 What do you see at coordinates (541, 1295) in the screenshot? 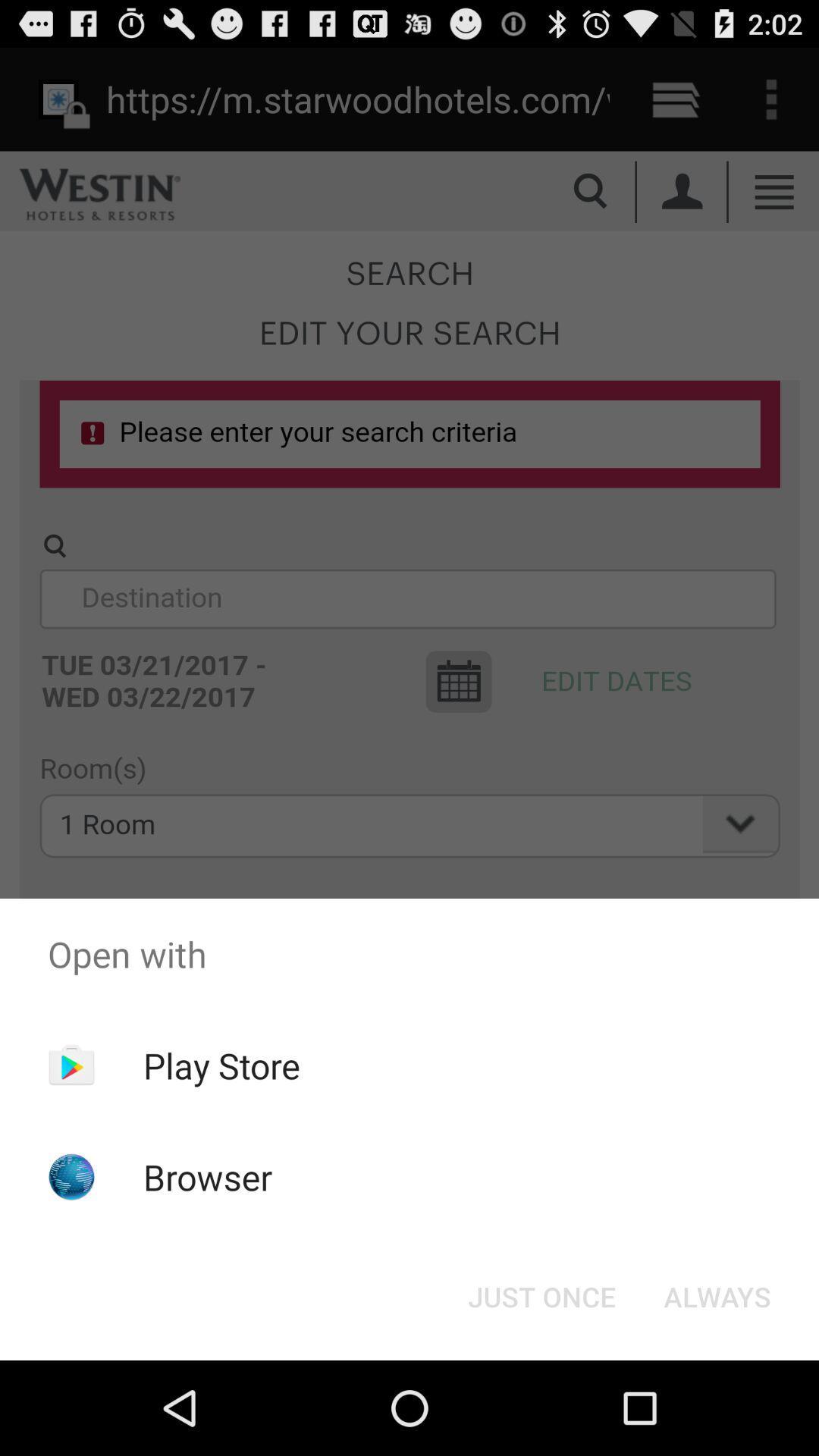
I see `the item to the left of the always` at bounding box center [541, 1295].